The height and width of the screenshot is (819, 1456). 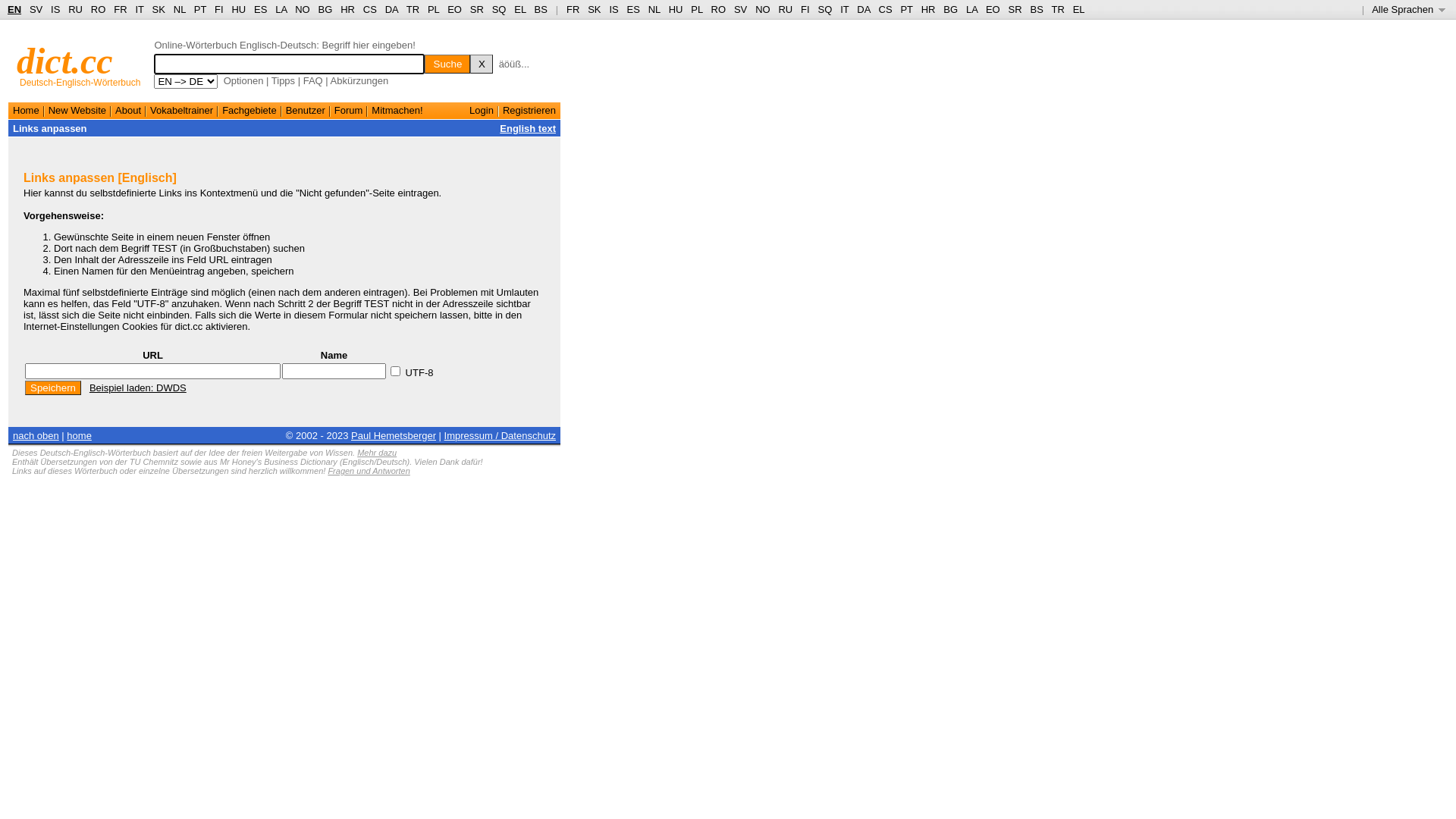 What do you see at coordinates (675, 9) in the screenshot?
I see `'HU'` at bounding box center [675, 9].